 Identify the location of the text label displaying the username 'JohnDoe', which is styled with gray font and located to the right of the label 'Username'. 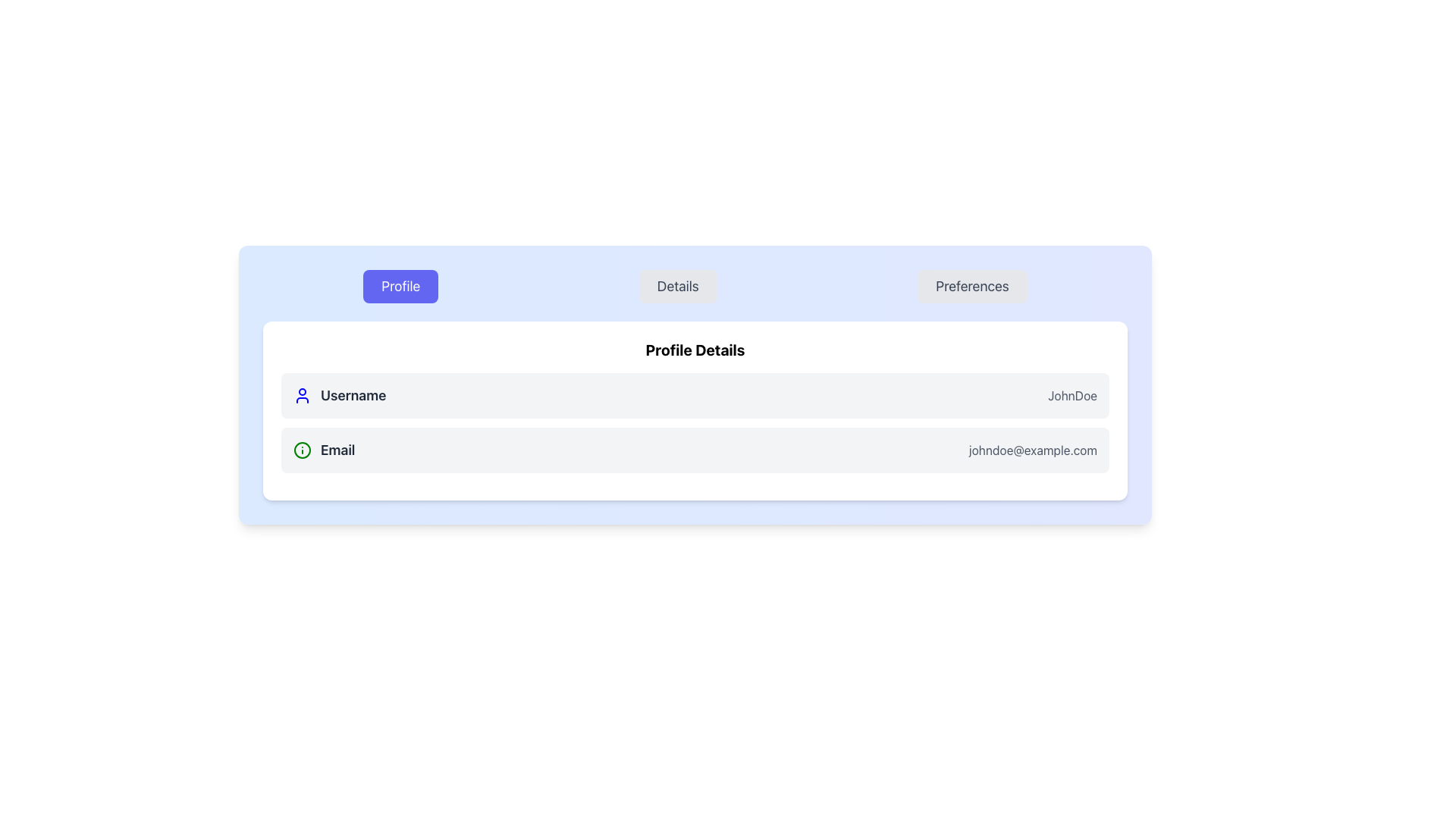
(1072, 394).